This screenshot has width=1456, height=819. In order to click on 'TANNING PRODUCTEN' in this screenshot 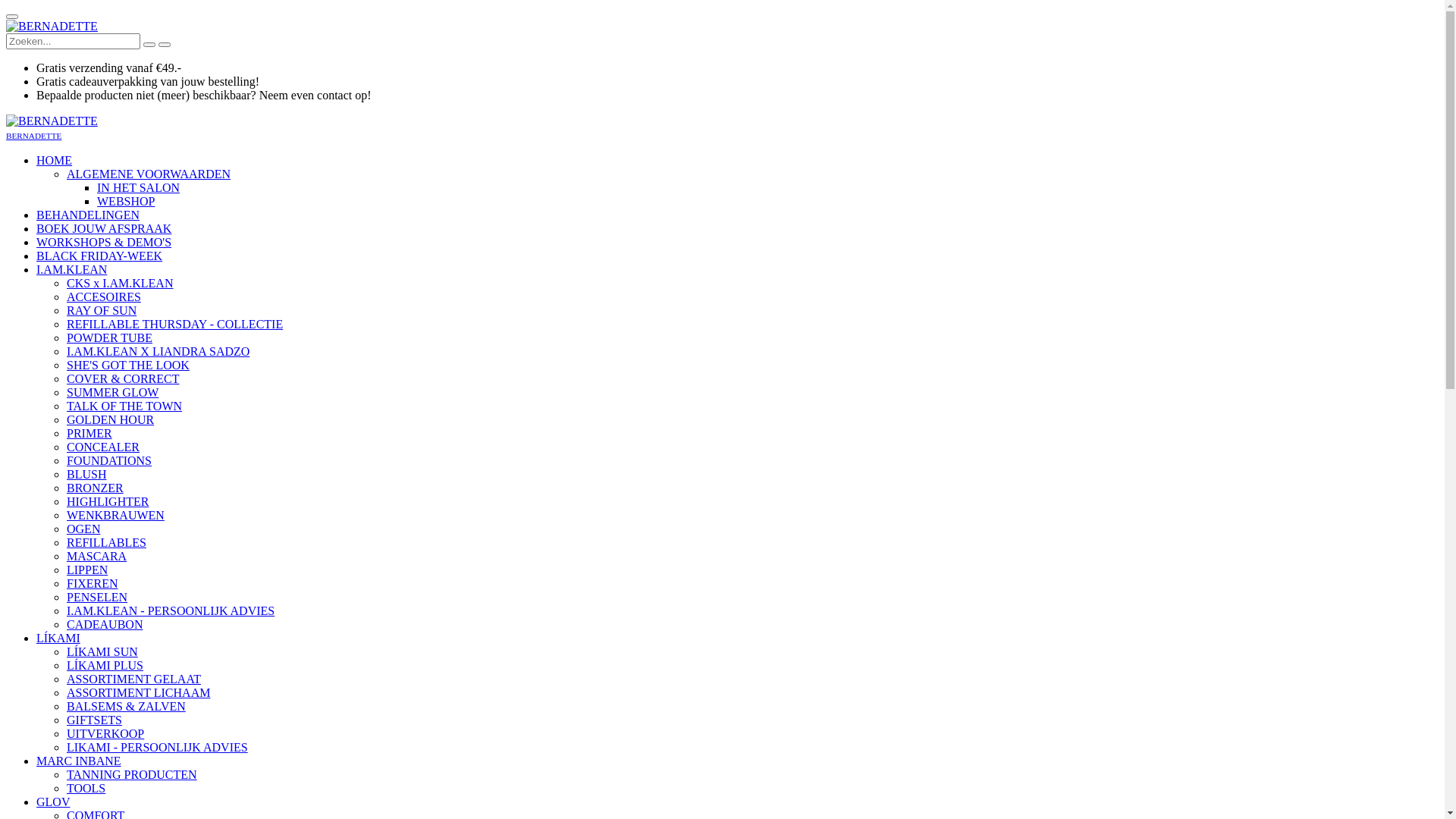, I will do `click(131, 774)`.